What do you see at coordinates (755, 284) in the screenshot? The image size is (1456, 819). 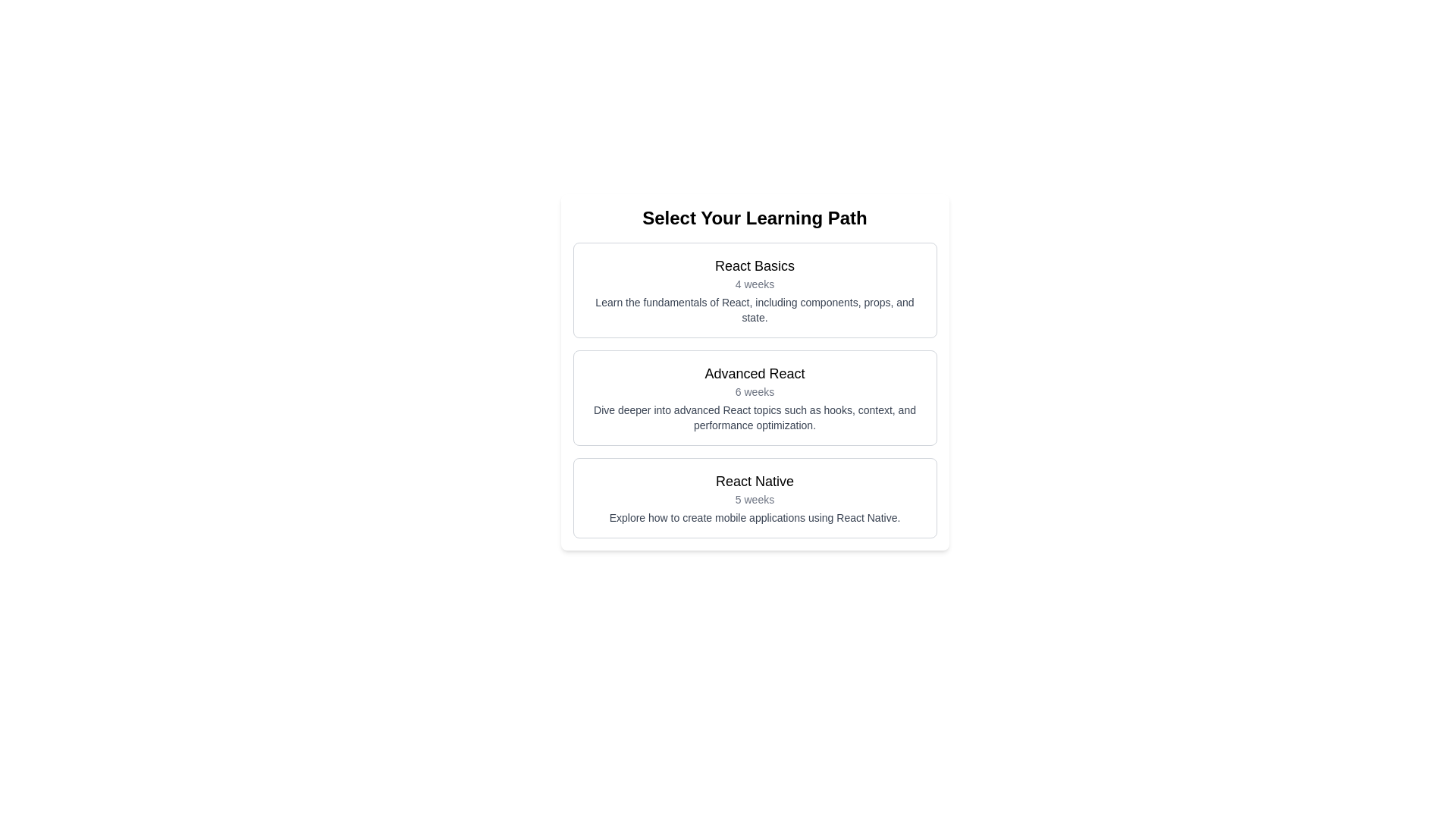 I see `the text label that informs users about the duration of the 'React Basics' course, which states it lasts 4 weeks, positioned centrally below the course title` at bounding box center [755, 284].